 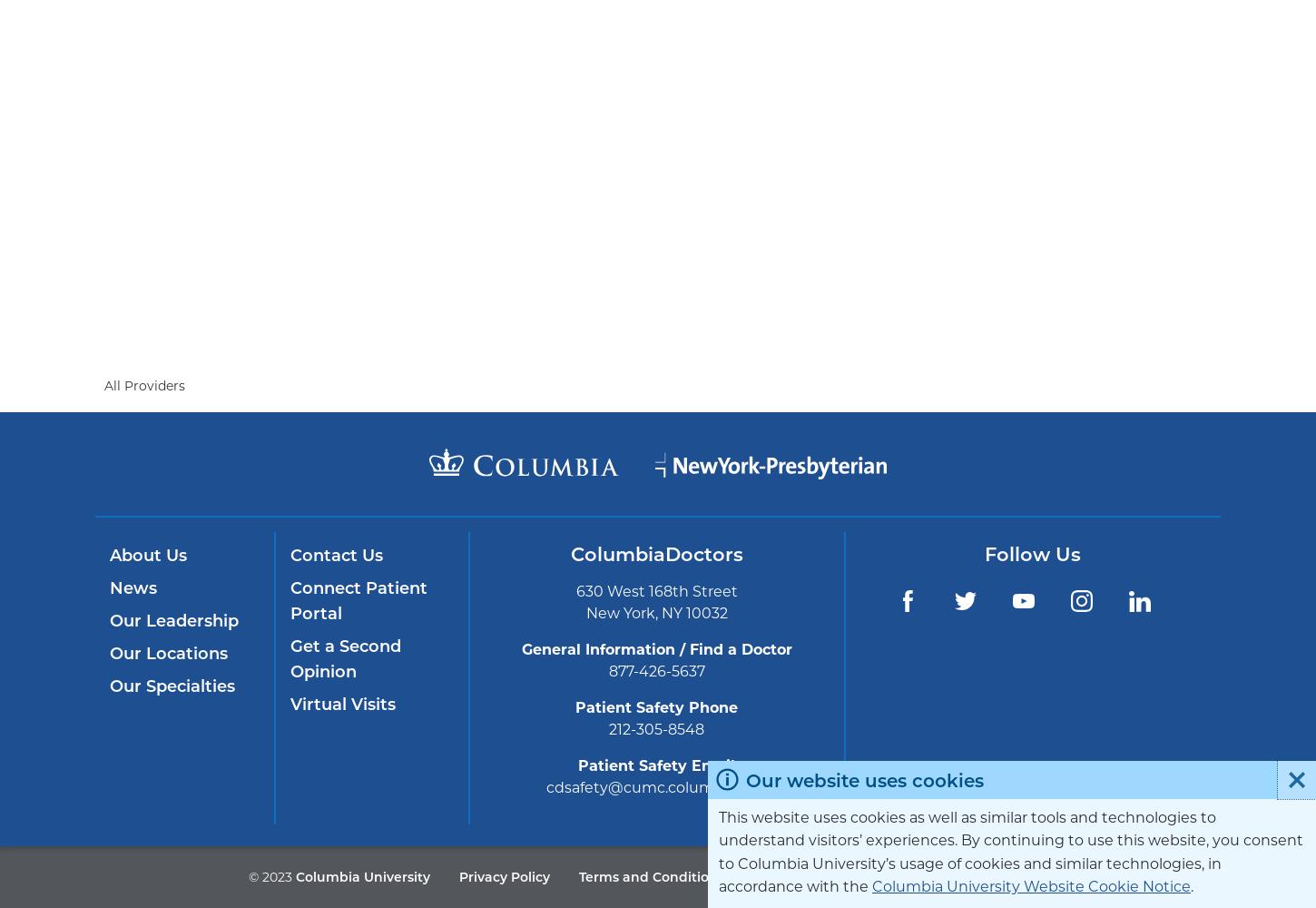 What do you see at coordinates (147, 554) in the screenshot?
I see `'About Us'` at bounding box center [147, 554].